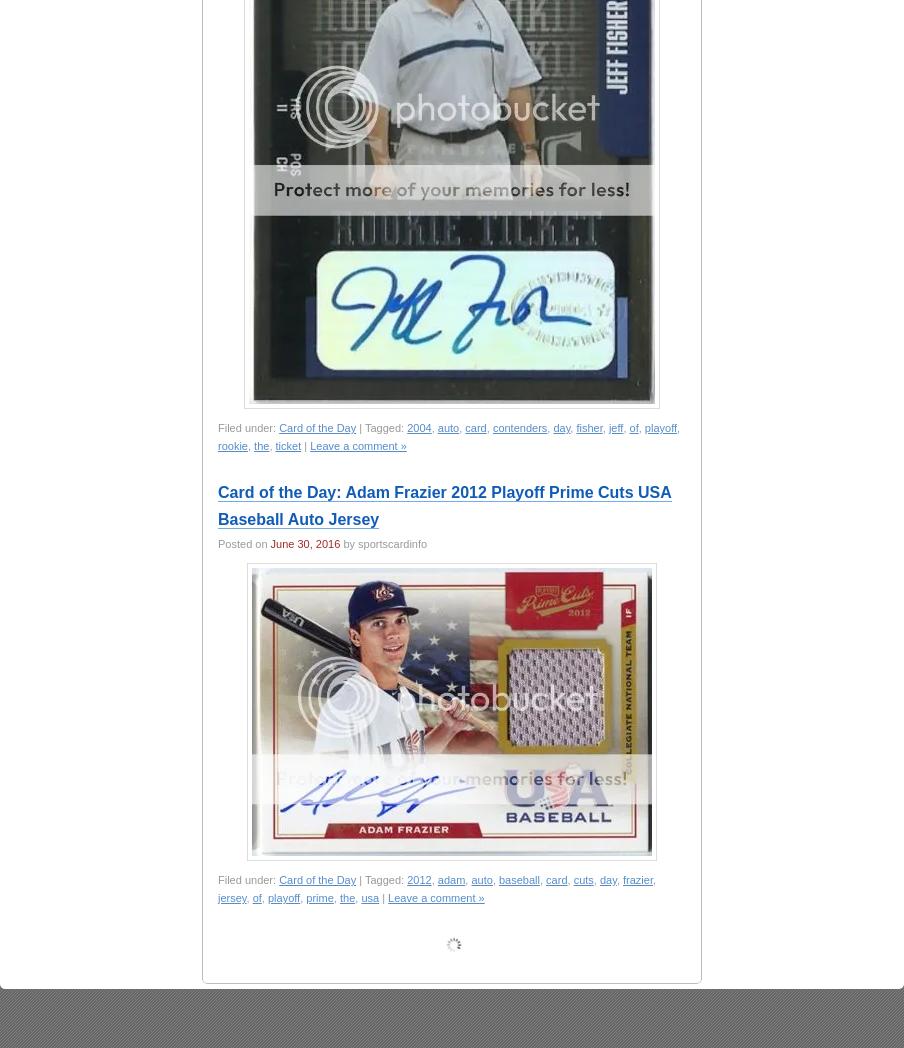 This screenshot has width=904, height=1048. Describe the element at coordinates (419, 879) in the screenshot. I see `'2012'` at that location.